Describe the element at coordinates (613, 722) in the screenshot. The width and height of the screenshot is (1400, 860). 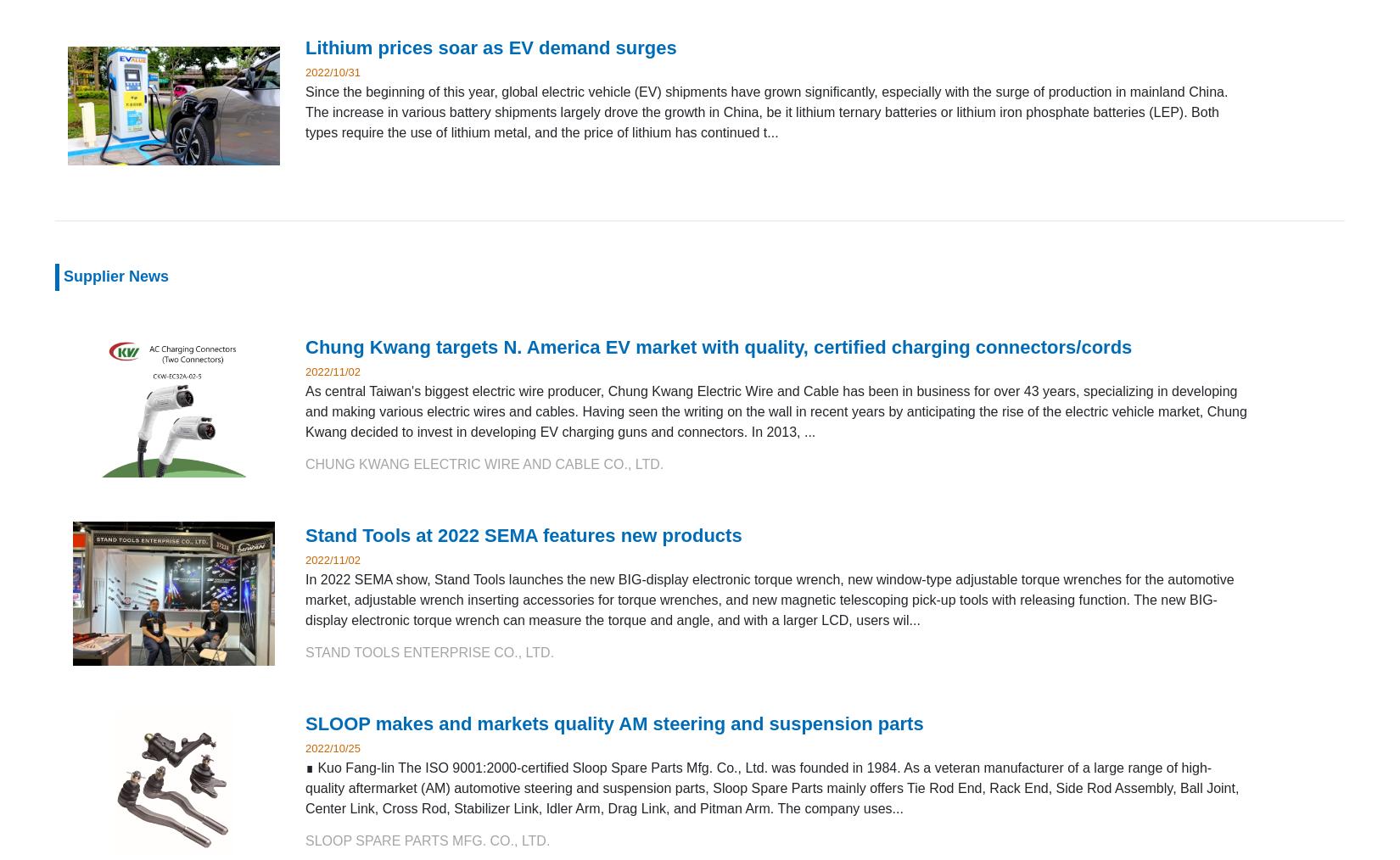
I see `'SLOOP makes and markets quality AM steering and suspension parts'` at that location.